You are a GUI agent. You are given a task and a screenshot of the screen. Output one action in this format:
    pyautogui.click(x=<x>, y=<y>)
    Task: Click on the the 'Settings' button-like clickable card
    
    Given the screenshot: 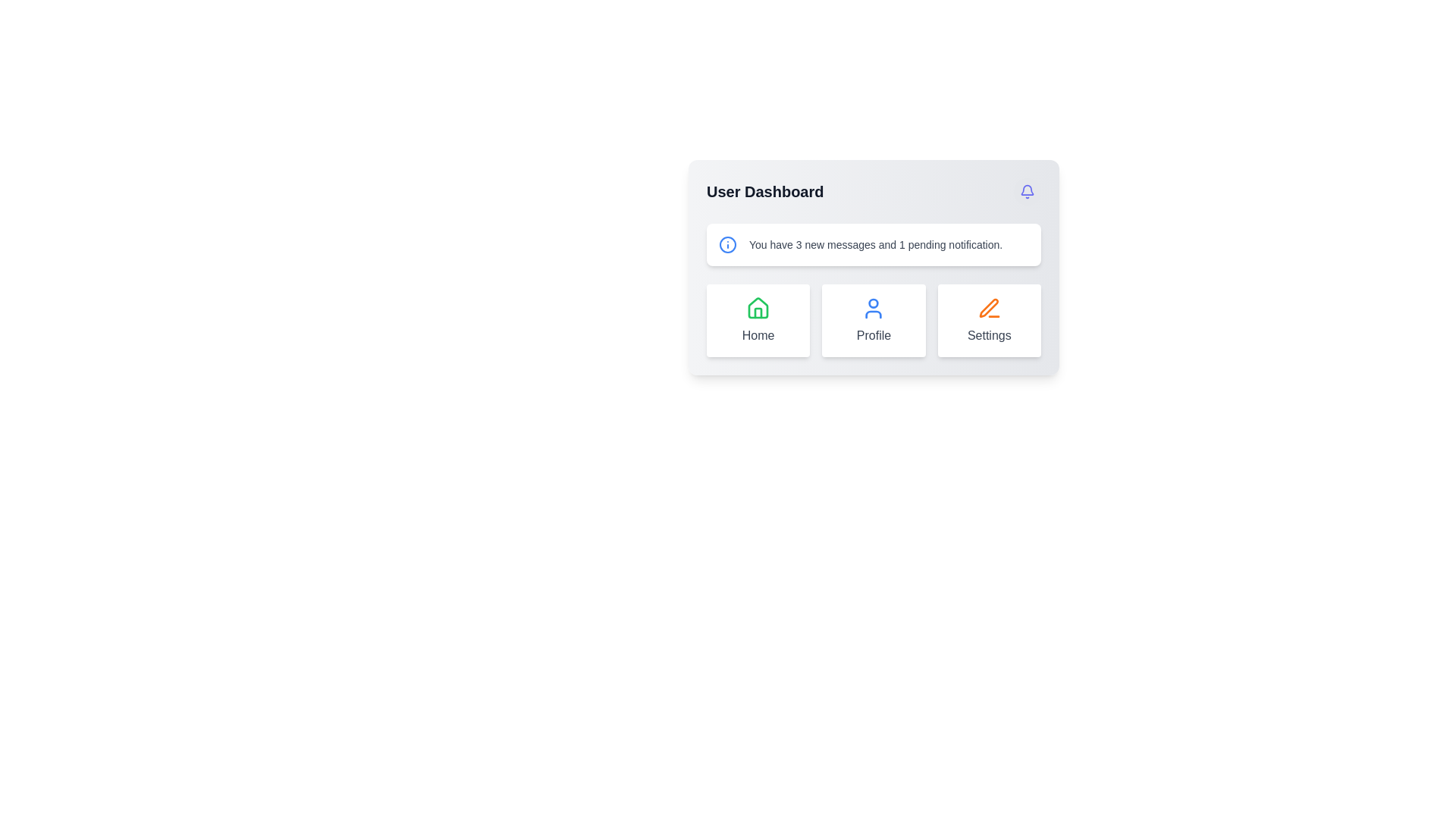 What is the action you would take?
    pyautogui.click(x=989, y=320)
    